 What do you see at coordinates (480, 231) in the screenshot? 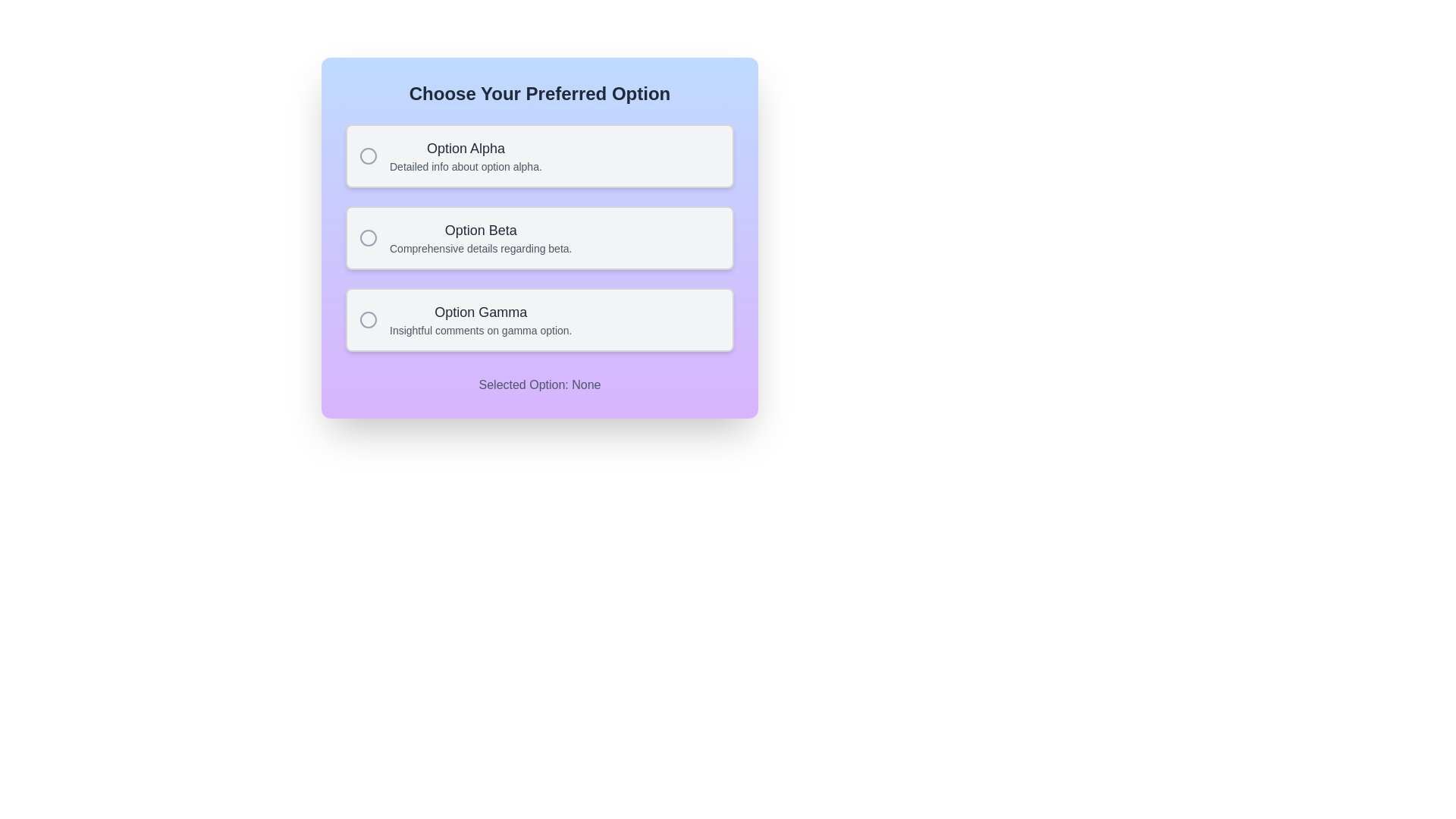
I see `the label that identifies the second selectable option in a vertical list, positioned between 'Option Alpha' and 'Option Gamma'` at bounding box center [480, 231].